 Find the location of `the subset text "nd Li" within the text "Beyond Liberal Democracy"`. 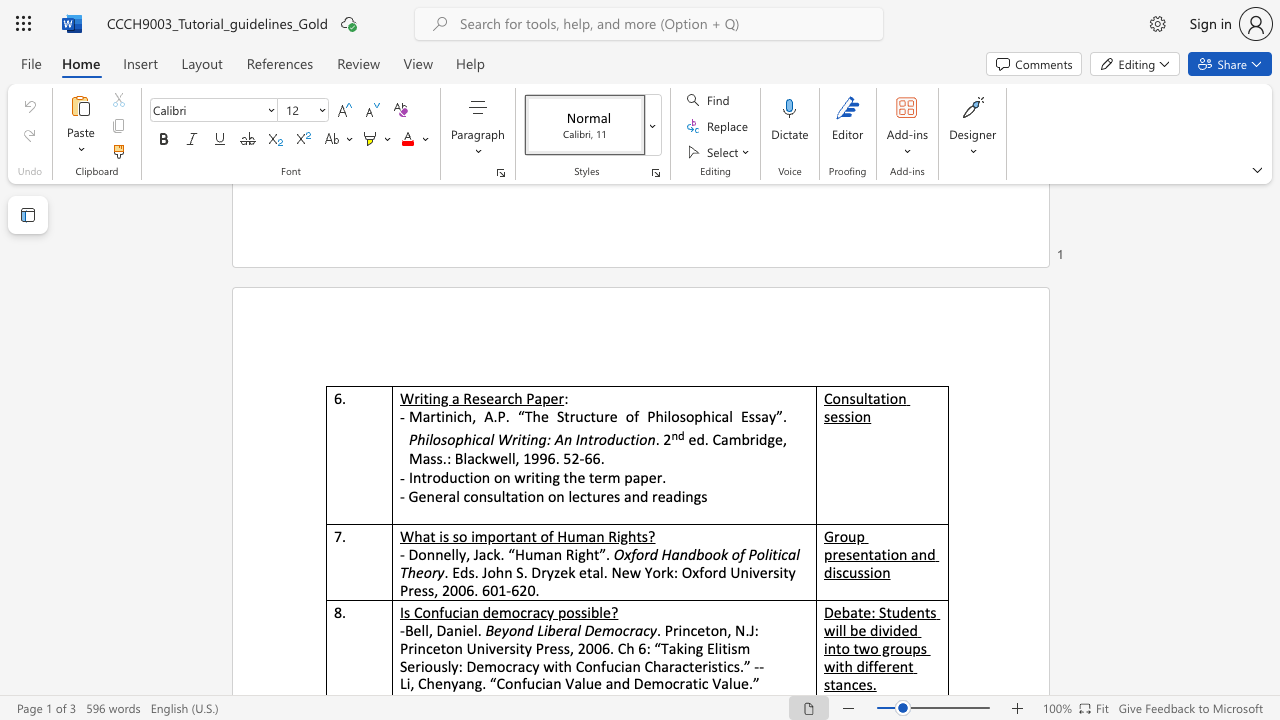

the subset text "nd Li" within the text "Beyond Liberal Democracy" is located at coordinates (517, 630).